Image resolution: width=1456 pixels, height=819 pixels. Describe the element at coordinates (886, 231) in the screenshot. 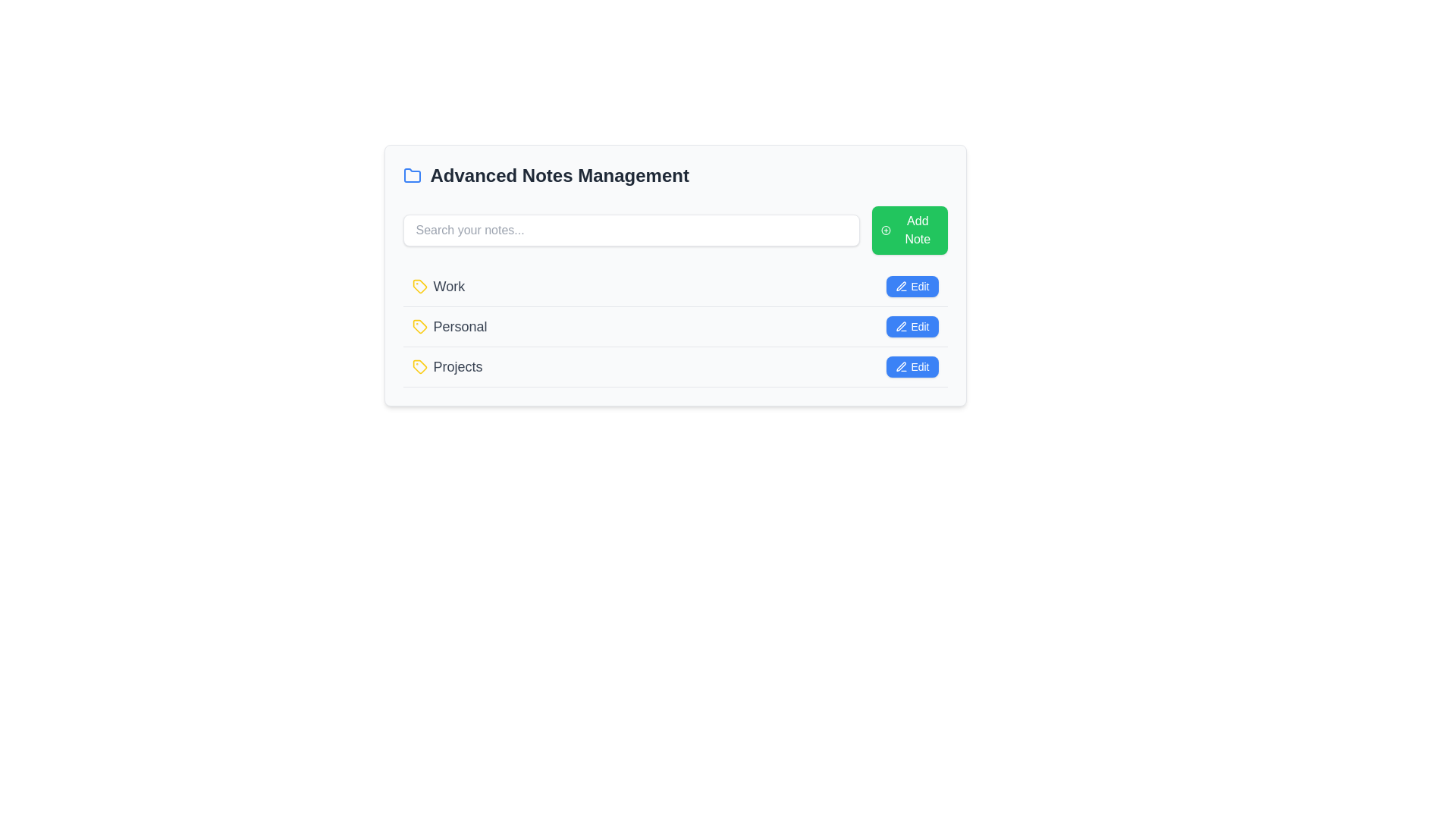

I see `the 'Add Note' icon located on the left side of the button text` at that location.